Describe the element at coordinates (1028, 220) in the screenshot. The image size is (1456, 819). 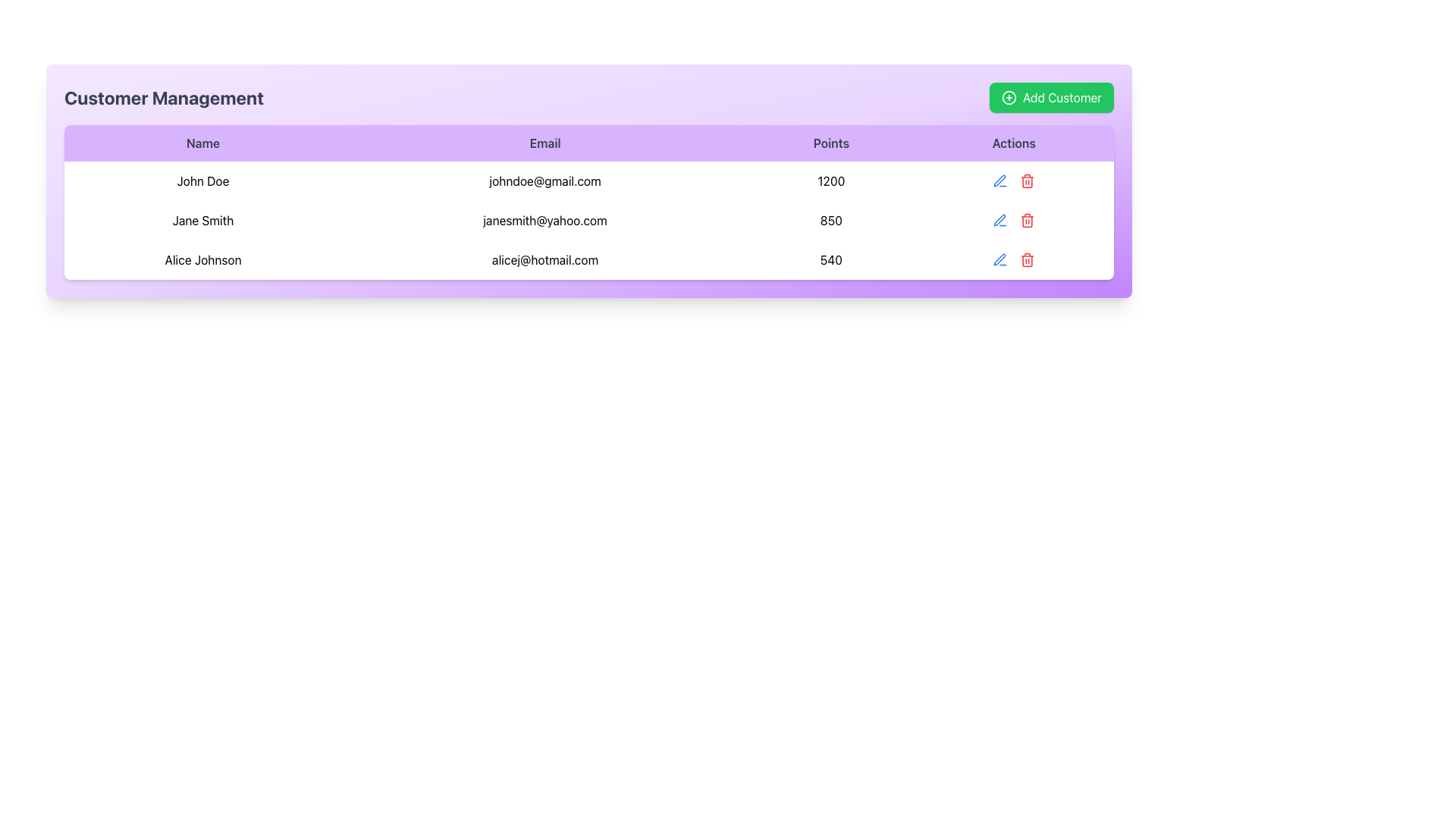
I see `the delete icon located in the 'Actions' column of the customer details table for the second customer, Jane Smith, to initiate a delete action` at that location.